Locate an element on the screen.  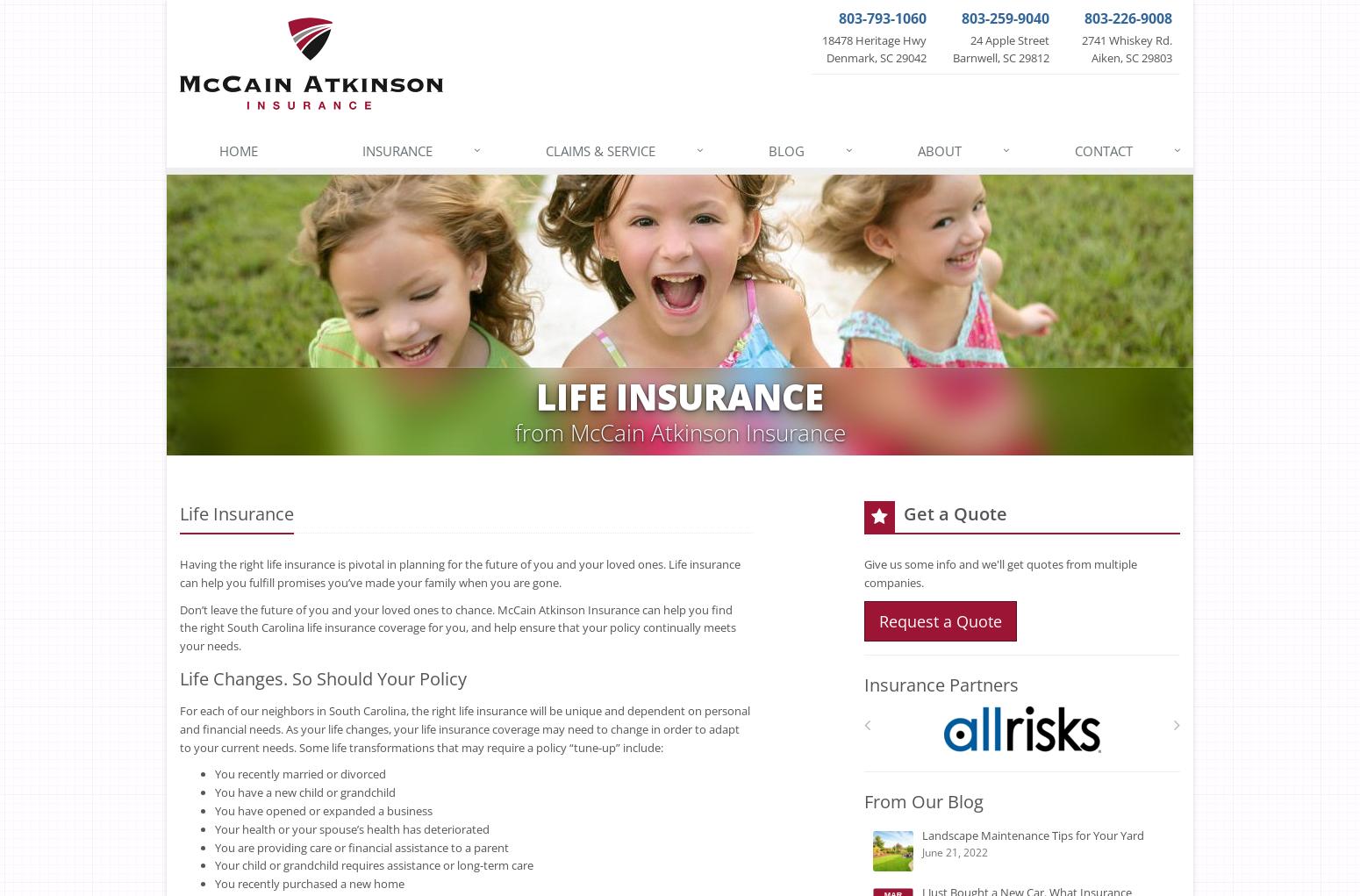
'You recently married or divorced' is located at coordinates (299, 773).